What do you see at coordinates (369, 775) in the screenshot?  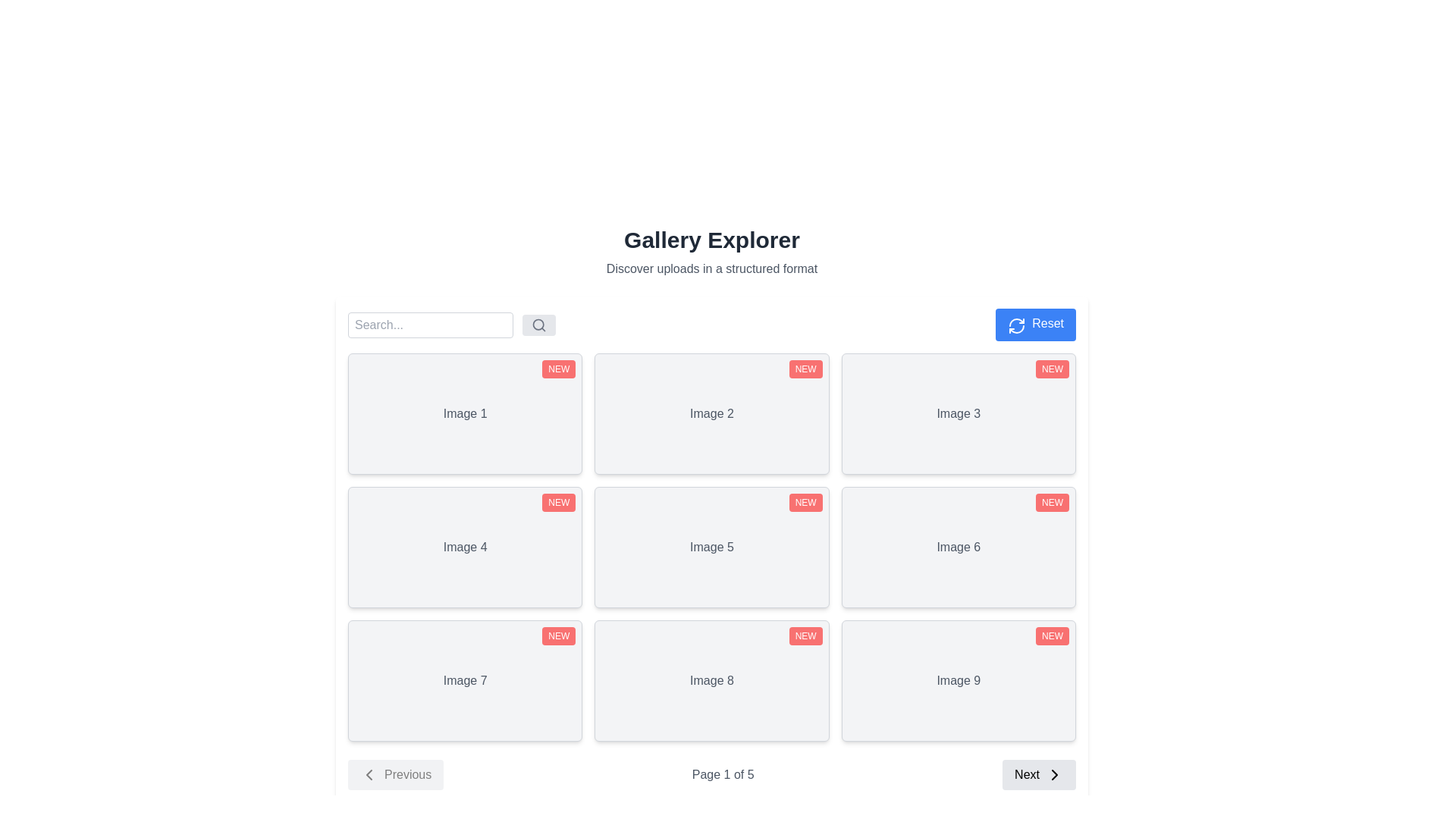 I see `the chevron icon SVG graphic used for navigating to the previous page, located next to the 'Previous' button text in the lower-left section of the interface` at bounding box center [369, 775].